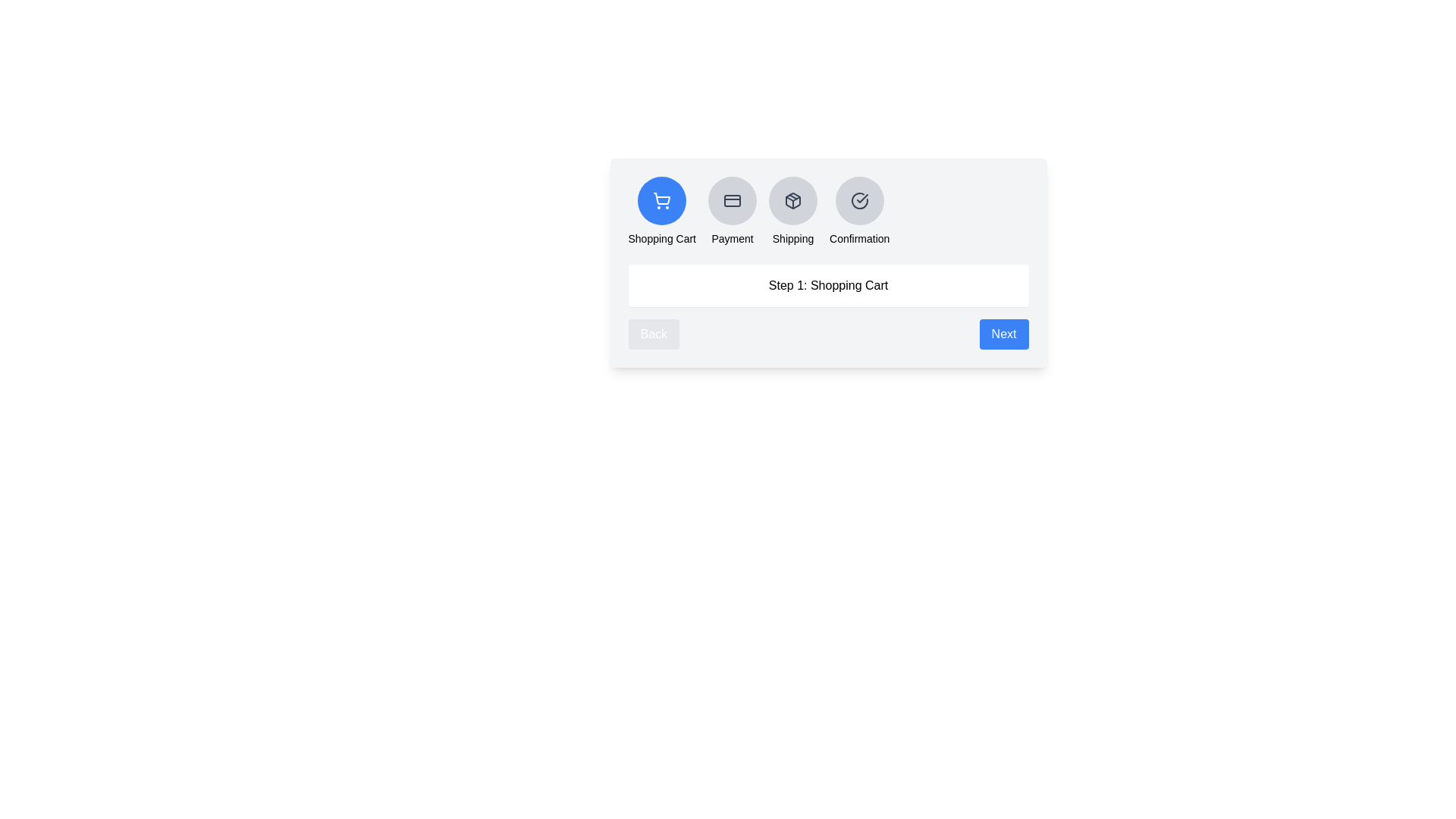 The height and width of the screenshot is (819, 1456). What do you see at coordinates (792, 200) in the screenshot?
I see `the step icon corresponding to Shipping to observe any hover effects` at bounding box center [792, 200].